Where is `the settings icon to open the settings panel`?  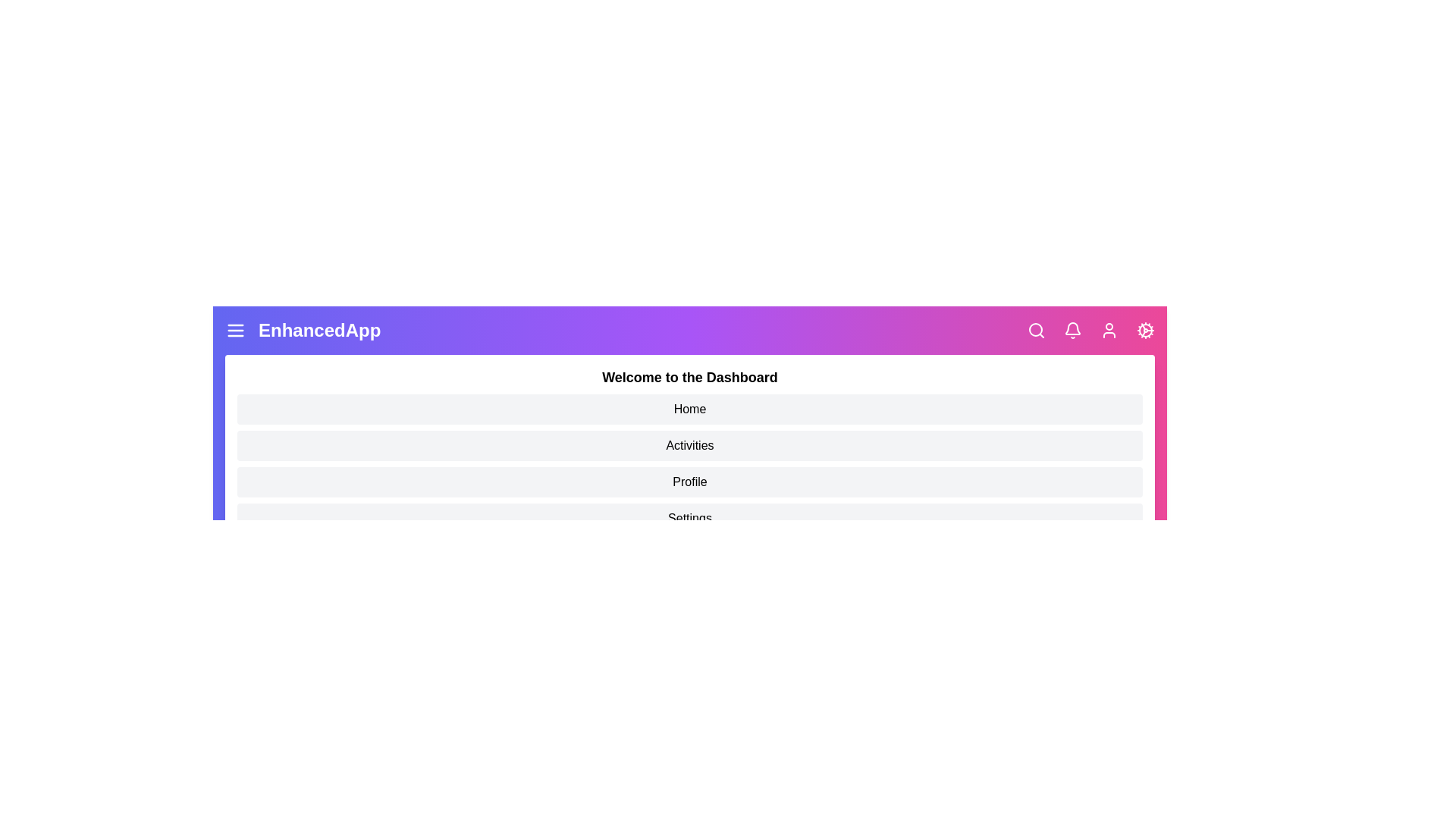 the settings icon to open the settings panel is located at coordinates (1146, 329).